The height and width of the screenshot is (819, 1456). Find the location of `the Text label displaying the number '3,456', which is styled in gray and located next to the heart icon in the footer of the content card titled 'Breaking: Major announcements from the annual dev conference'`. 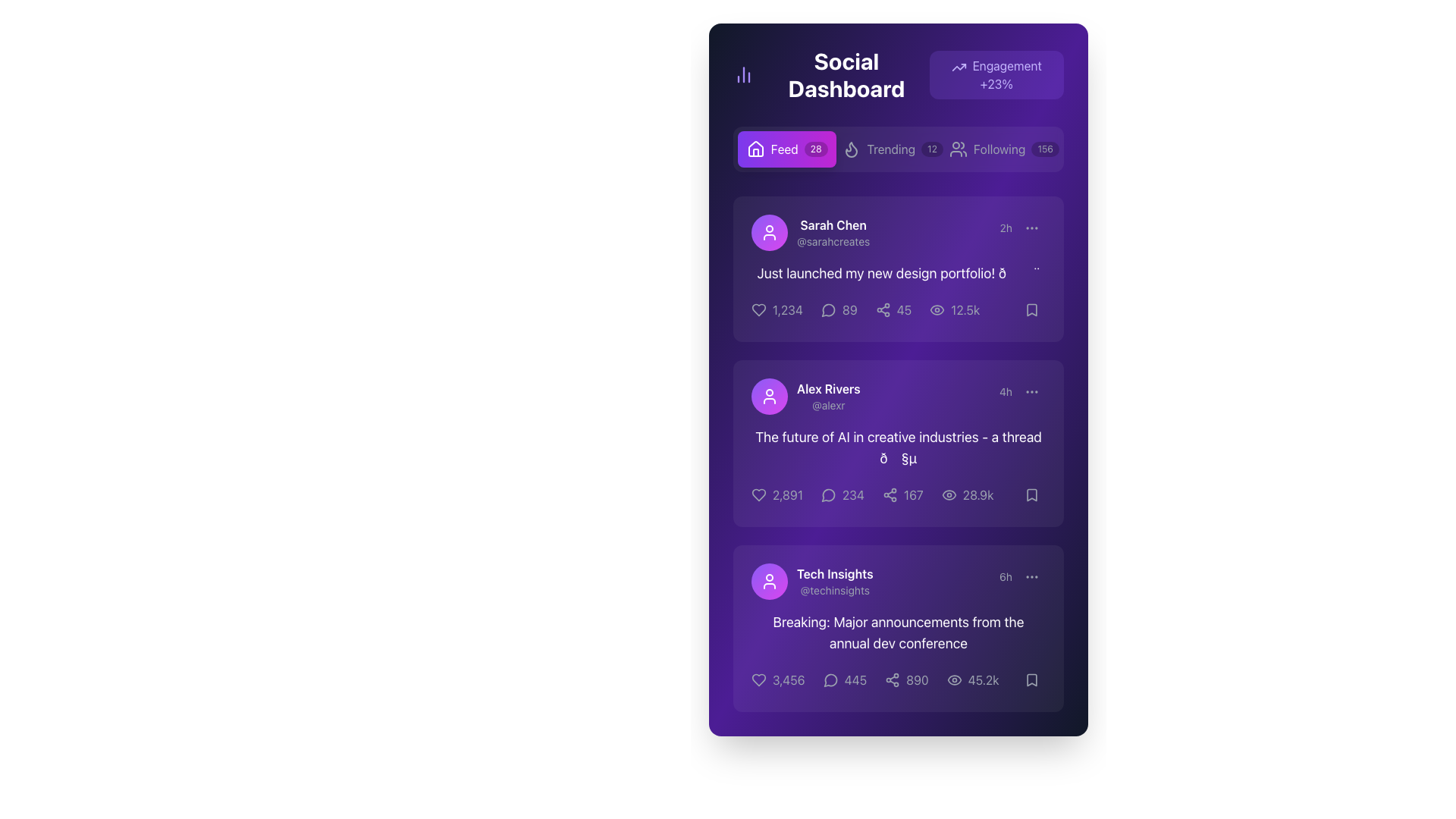

the Text label displaying the number '3,456', which is styled in gray and located next to the heart icon in the footer of the content card titled 'Breaking: Major announcements from the annual dev conference' is located at coordinates (789, 679).